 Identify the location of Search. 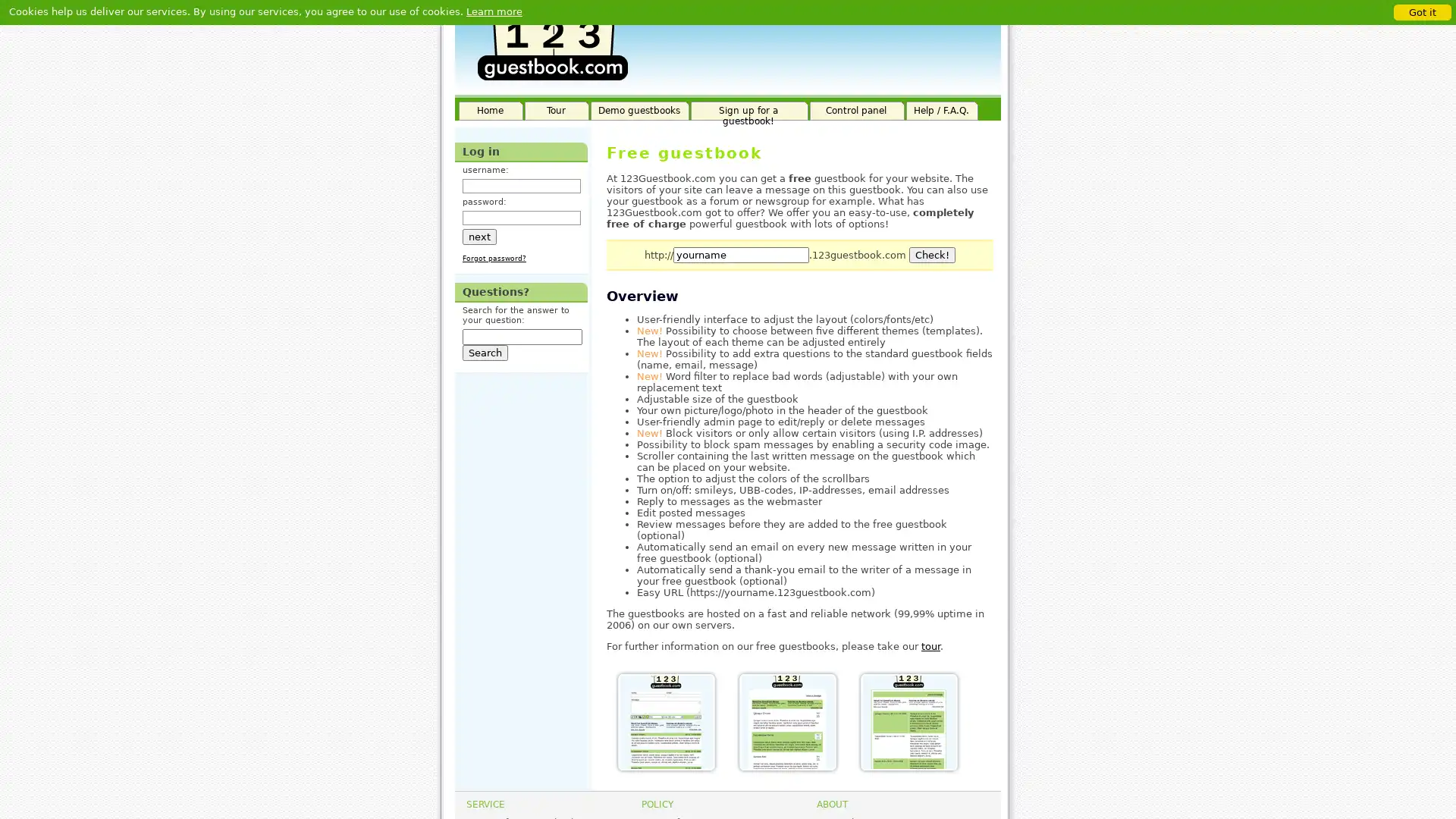
(484, 353).